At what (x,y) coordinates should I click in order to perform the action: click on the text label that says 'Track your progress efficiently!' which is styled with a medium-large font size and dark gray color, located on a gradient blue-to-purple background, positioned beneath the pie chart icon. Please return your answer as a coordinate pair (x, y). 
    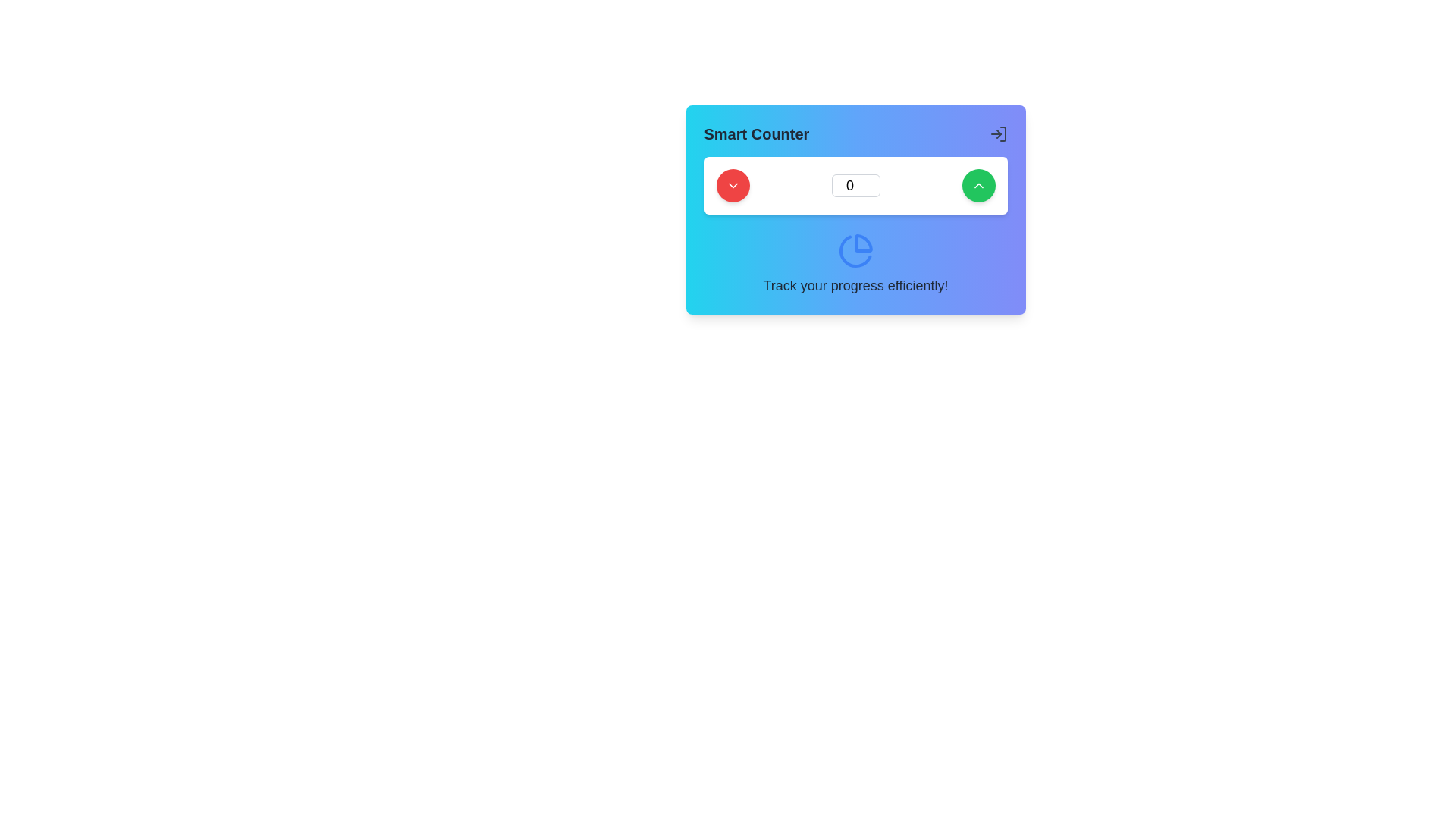
    Looking at the image, I should click on (855, 286).